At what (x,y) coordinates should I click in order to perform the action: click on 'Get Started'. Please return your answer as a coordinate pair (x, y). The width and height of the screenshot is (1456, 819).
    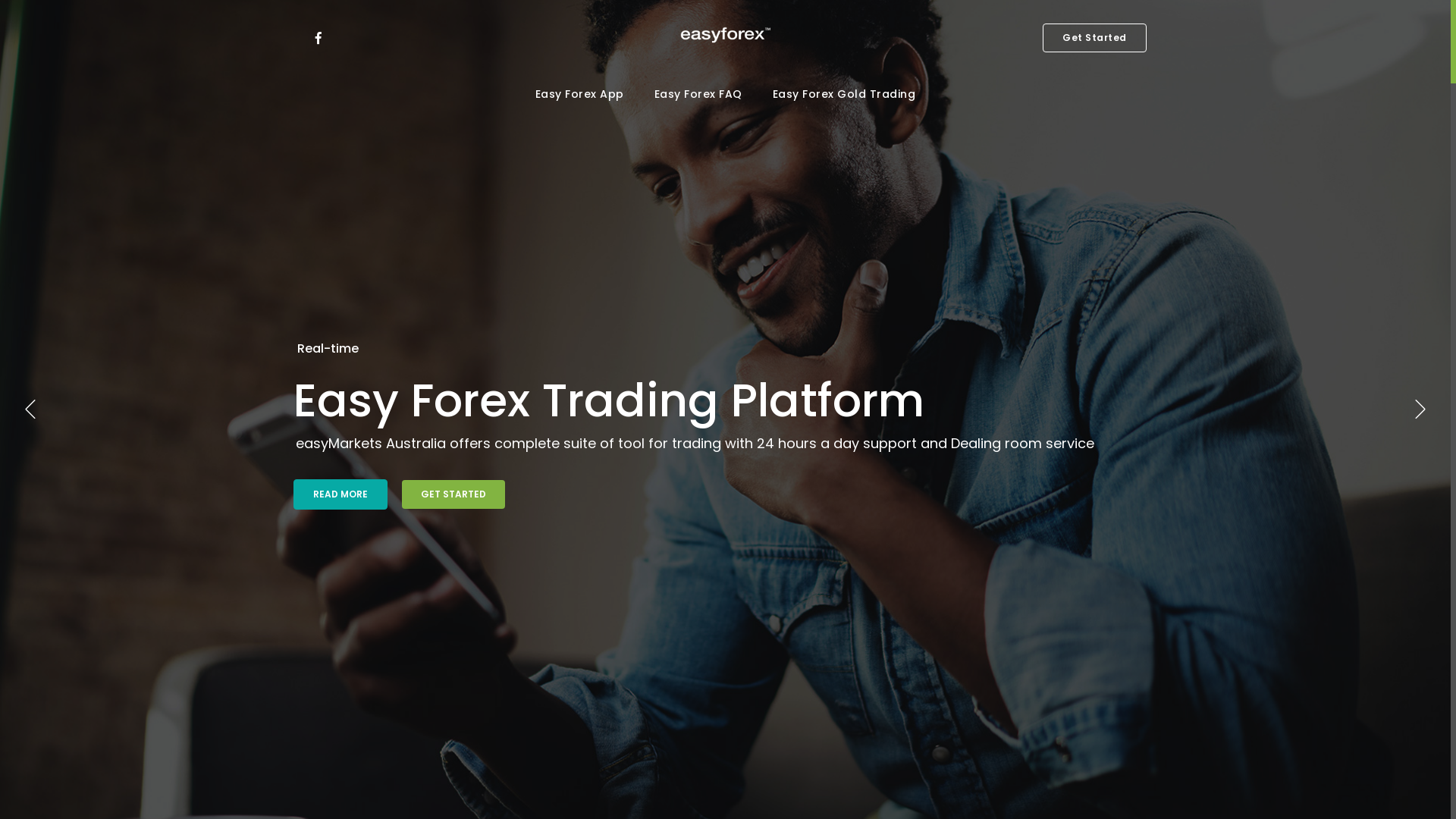
    Looking at the image, I should click on (1094, 37).